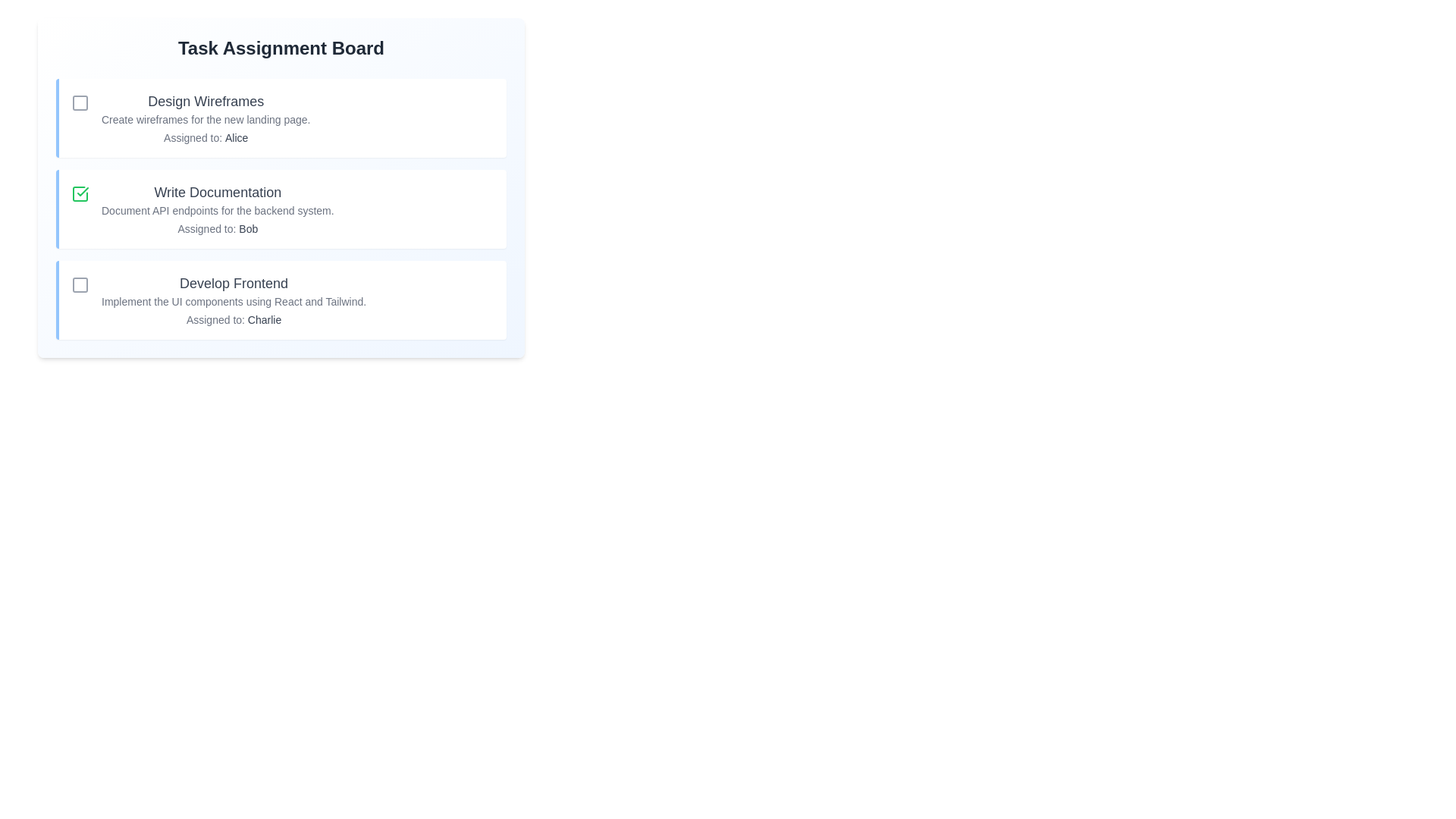  What do you see at coordinates (281, 300) in the screenshot?
I see `the third task card in the Task Assignment Board` at bounding box center [281, 300].